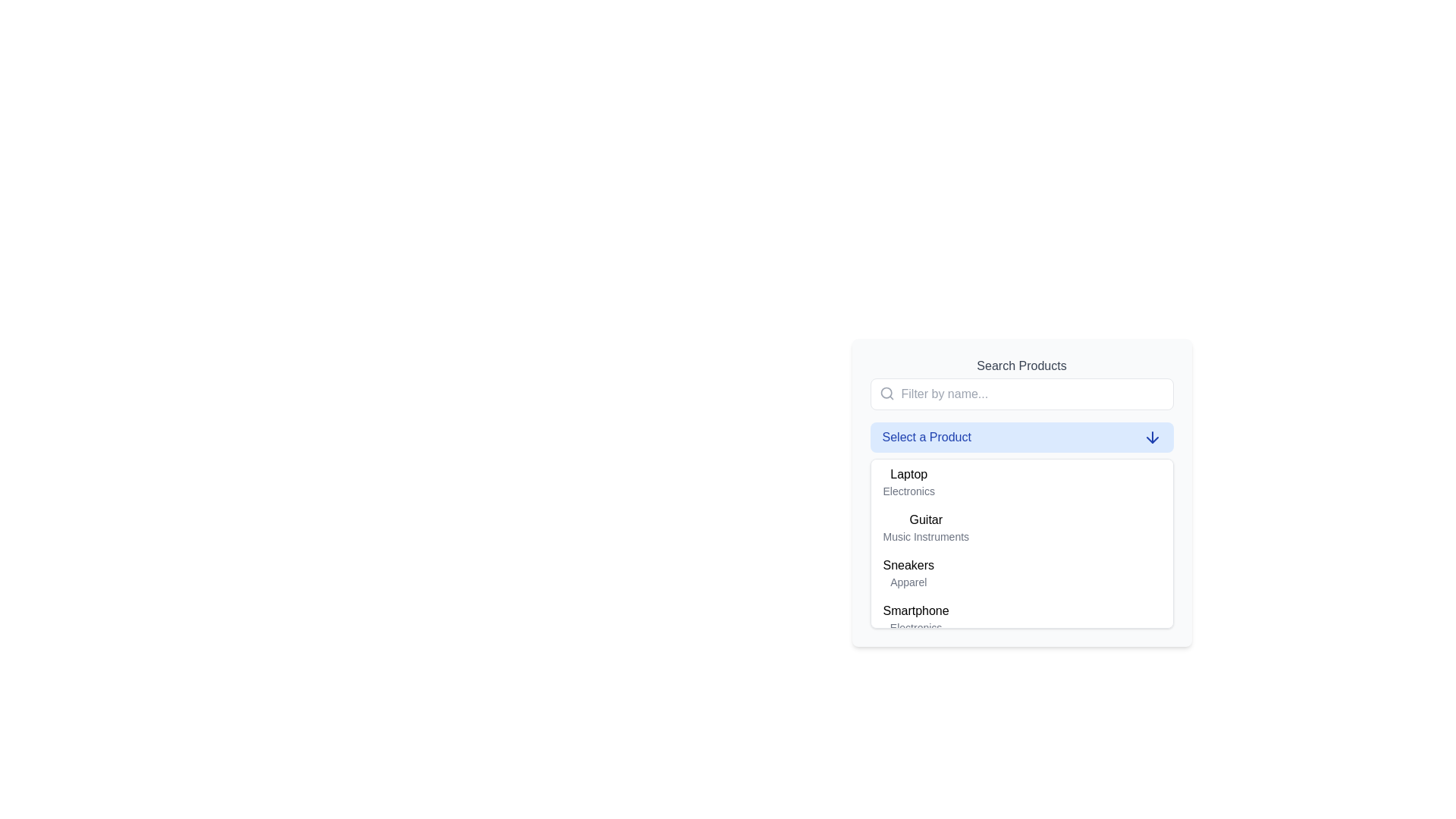 This screenshot has width=1456, height=819. I want to click on the fourth list item in the dropdown menu labeled 'Smartphone', so click(1021, 619).